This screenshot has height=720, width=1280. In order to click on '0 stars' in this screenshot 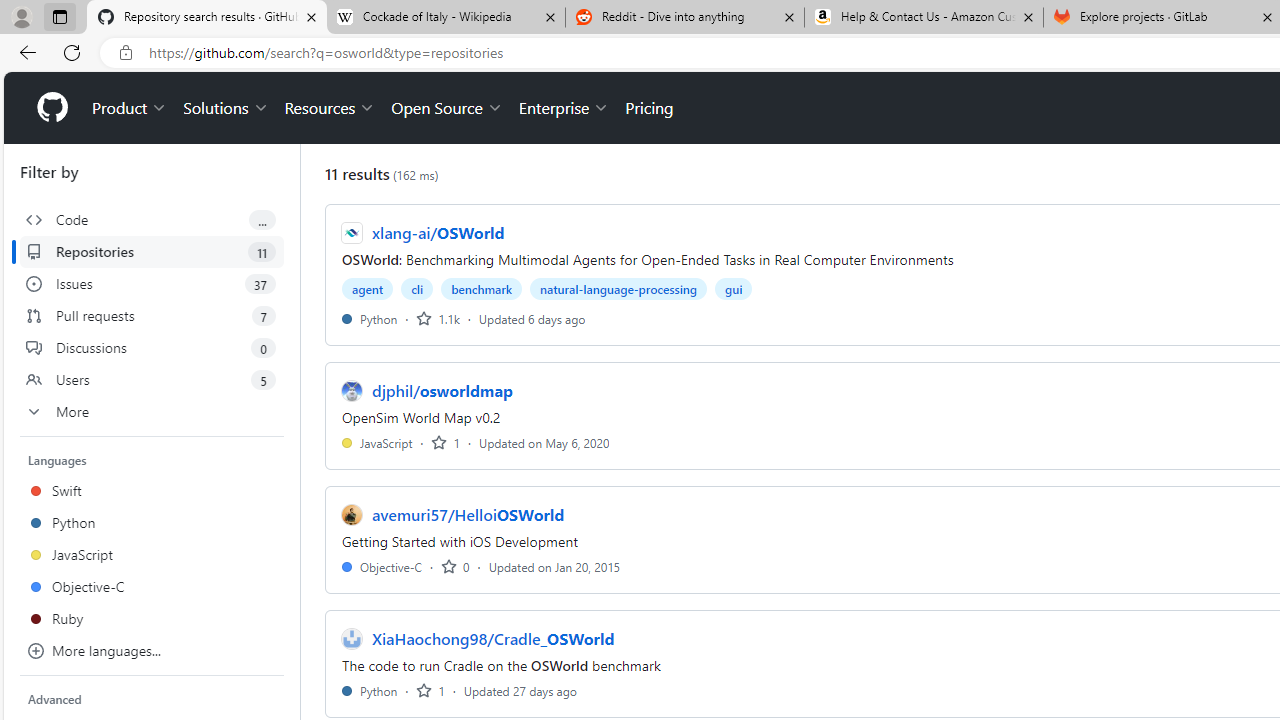, I will do `click(454, 566)`.